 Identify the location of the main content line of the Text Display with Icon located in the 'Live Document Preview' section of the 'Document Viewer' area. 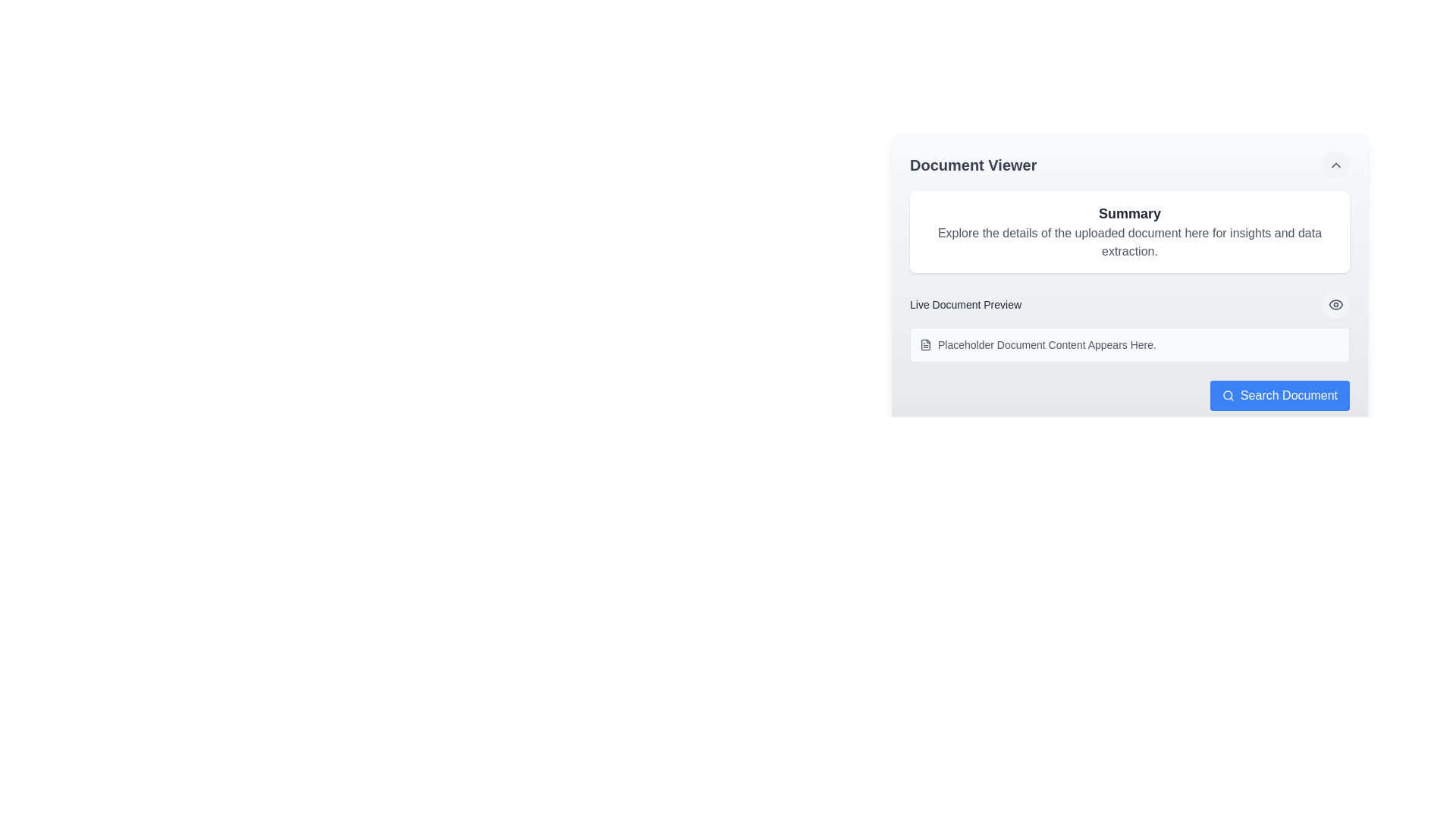
(1129, 345).